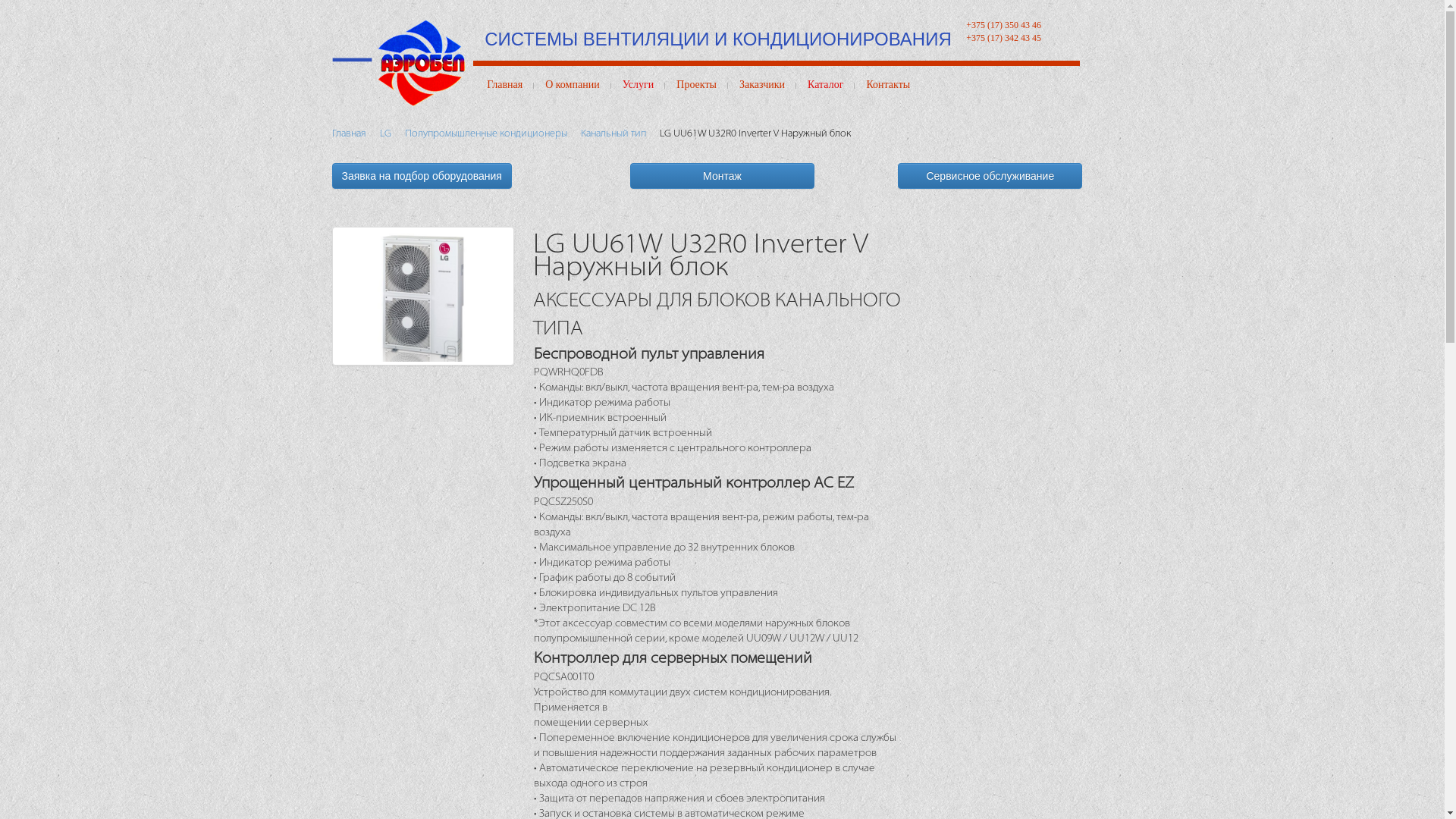  I want to click on 'LG', so click(384, 133).